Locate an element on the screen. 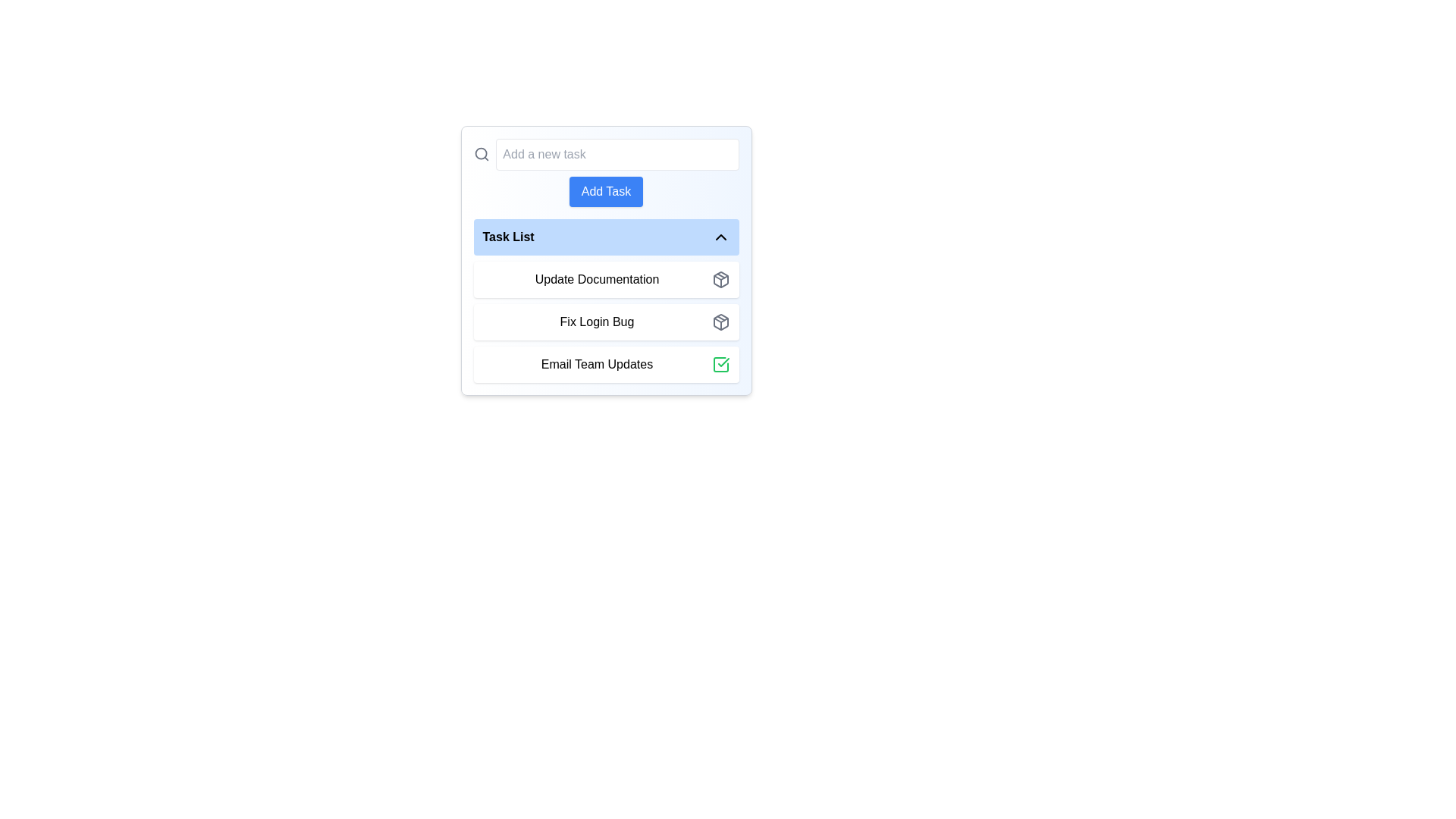 This screenshot has height=819, width=1456. the checkbox or status indicator for the task 'Email Team Updates' located at the far right end of its row is located at coordinates (720, 365).